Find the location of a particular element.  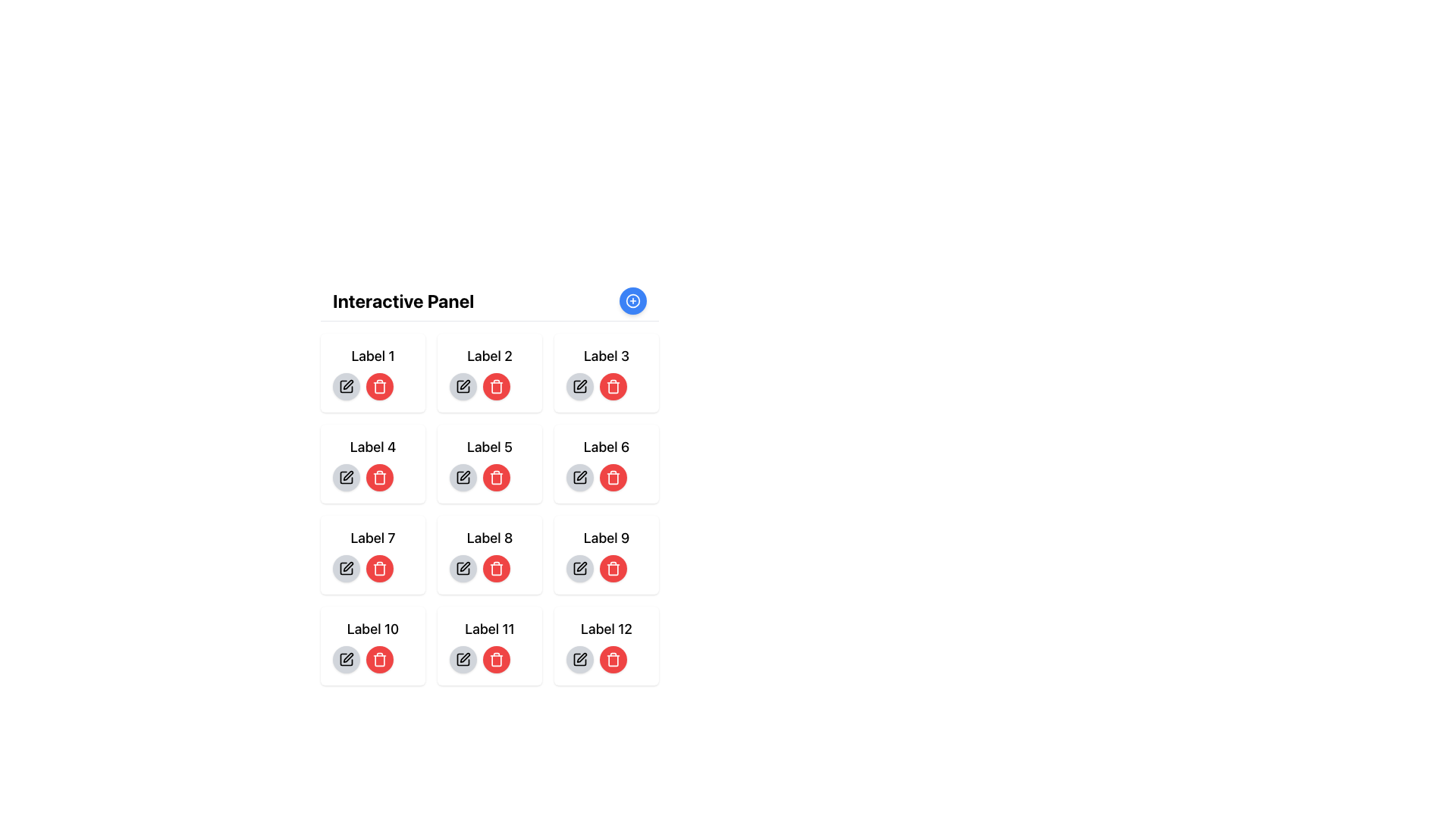

the rounded red button with a trash icon located below the label 'Label 2' is located at coordinates (490, 373).